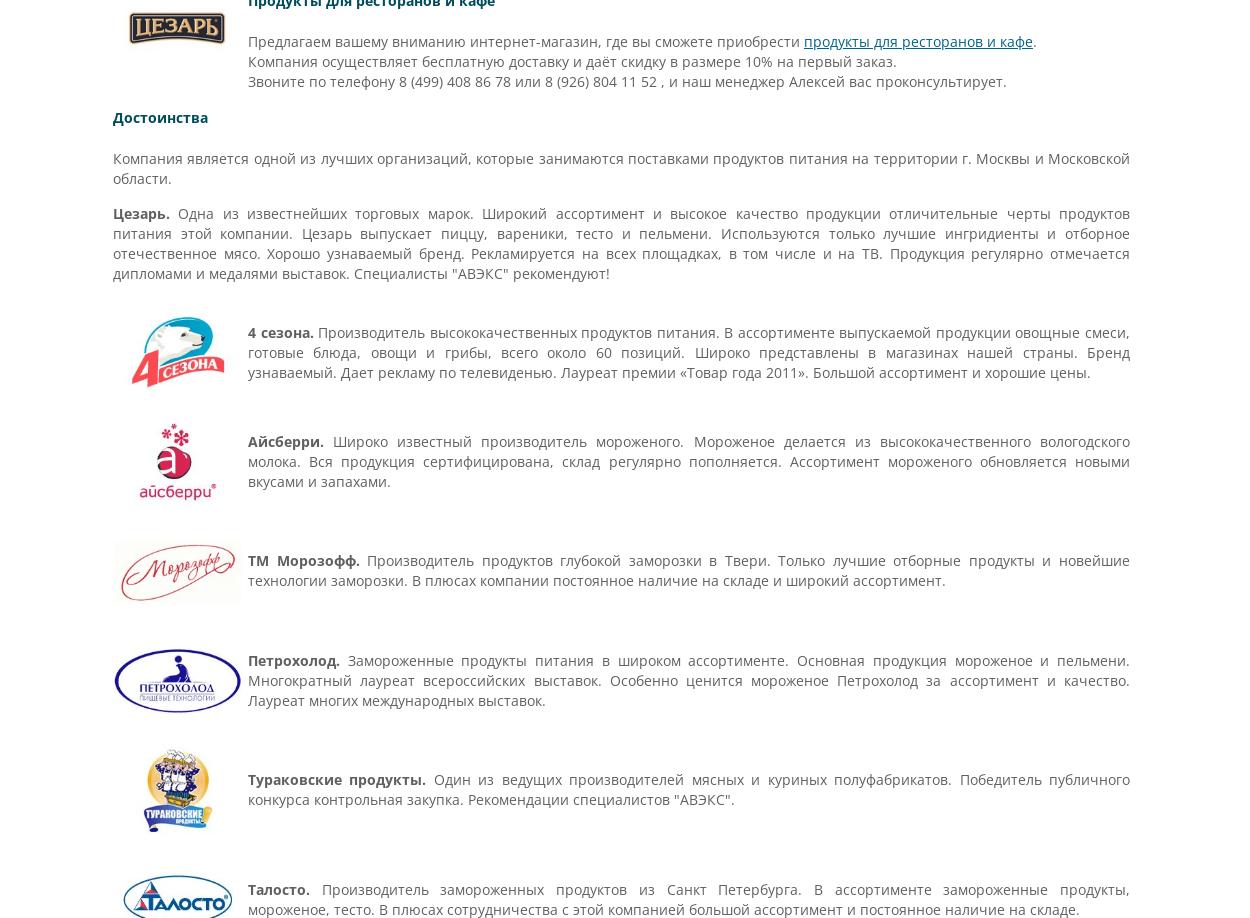 This screenshot has width=1250, height=918. I want to click on 'Петрохолод.', so click(294, 659).